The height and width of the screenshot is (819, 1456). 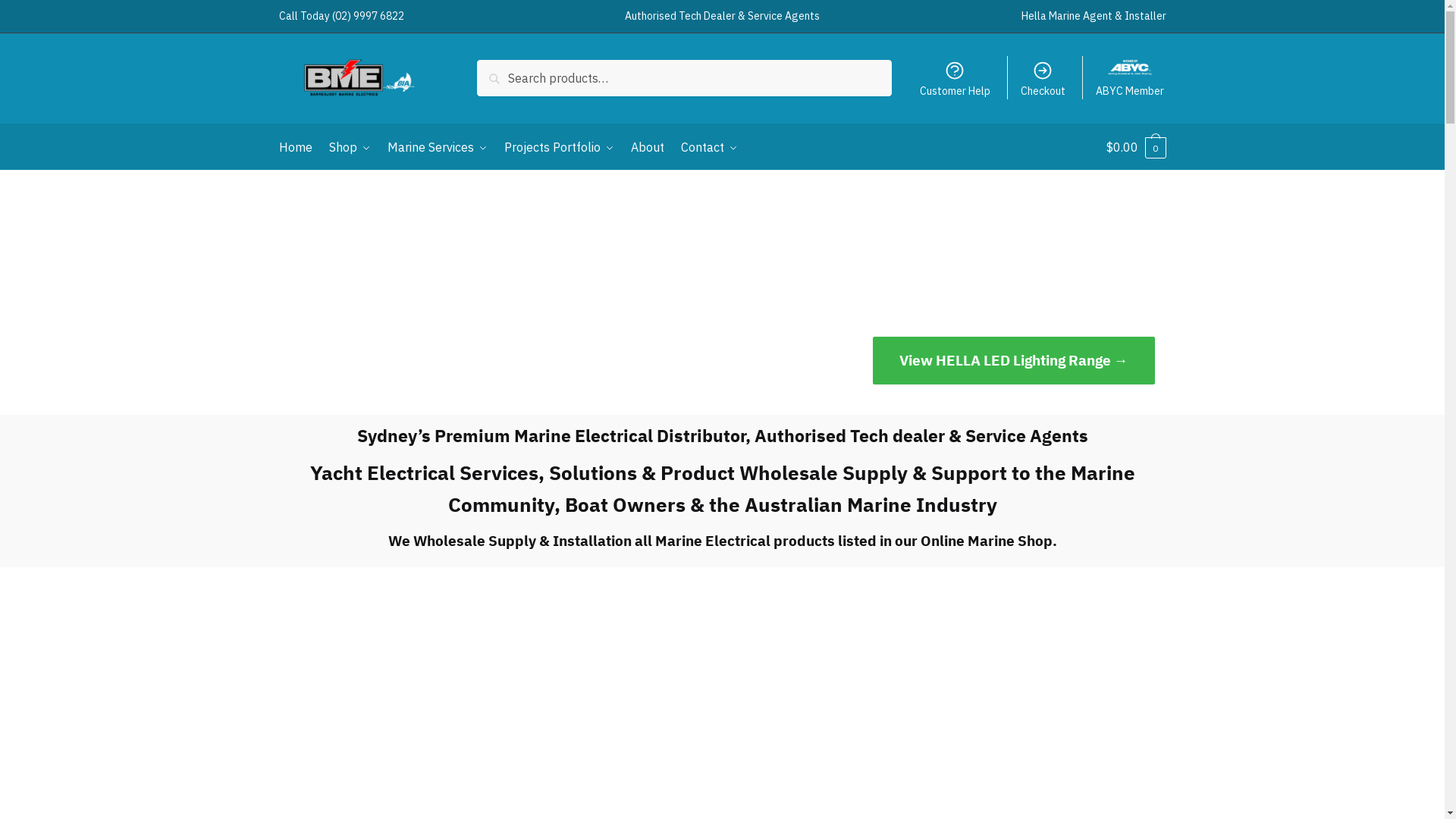 What do you see at coordinates (708, 146) in the screenshot?
I see `'Contact'` at bounding box center [708, 146].